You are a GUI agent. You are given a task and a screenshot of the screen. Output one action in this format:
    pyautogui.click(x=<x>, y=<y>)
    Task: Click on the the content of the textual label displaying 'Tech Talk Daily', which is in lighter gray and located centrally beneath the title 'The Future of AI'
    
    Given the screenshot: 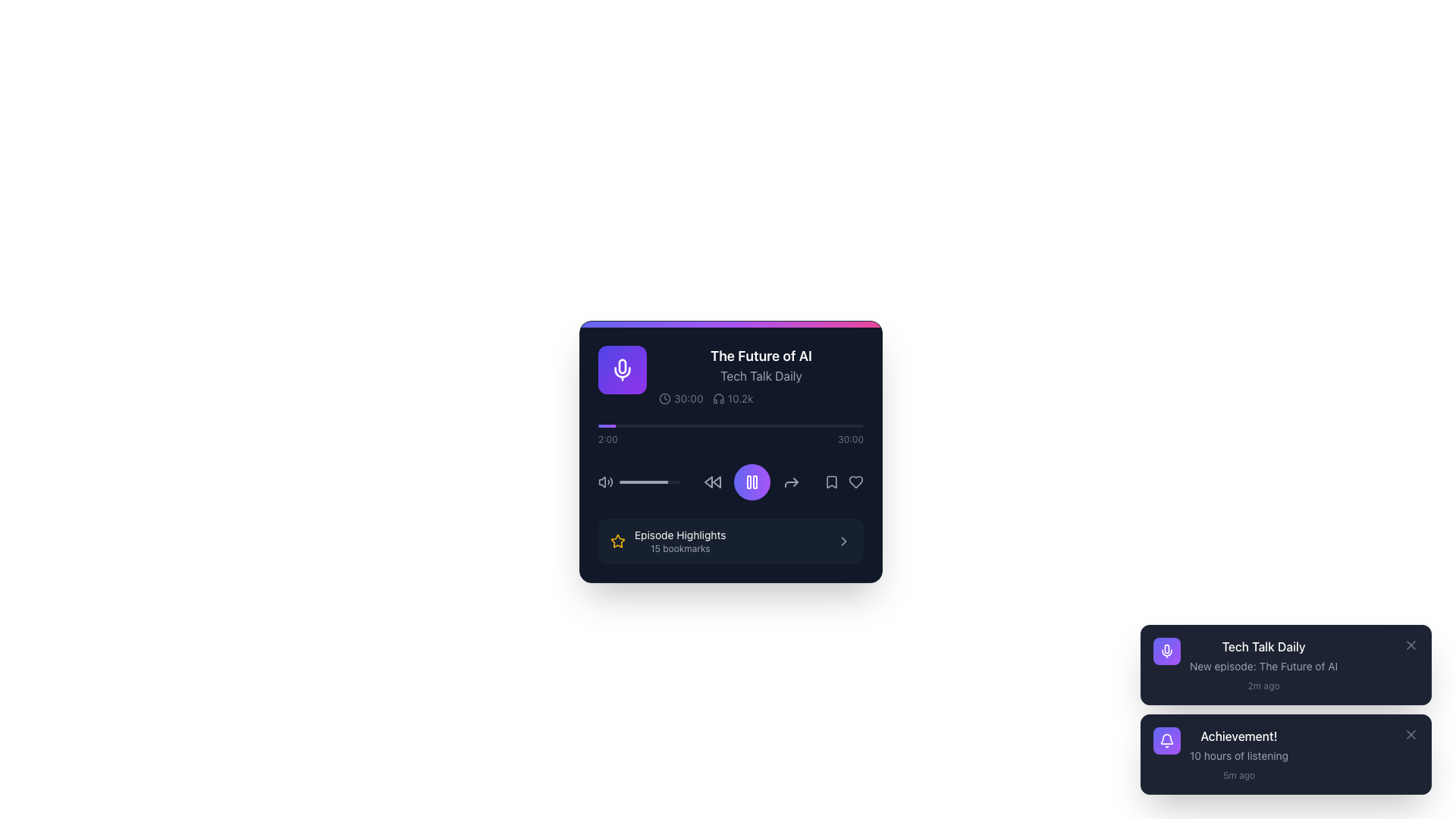 What is the action you would take?
    pyautogui.click(x=761, y=375)
    